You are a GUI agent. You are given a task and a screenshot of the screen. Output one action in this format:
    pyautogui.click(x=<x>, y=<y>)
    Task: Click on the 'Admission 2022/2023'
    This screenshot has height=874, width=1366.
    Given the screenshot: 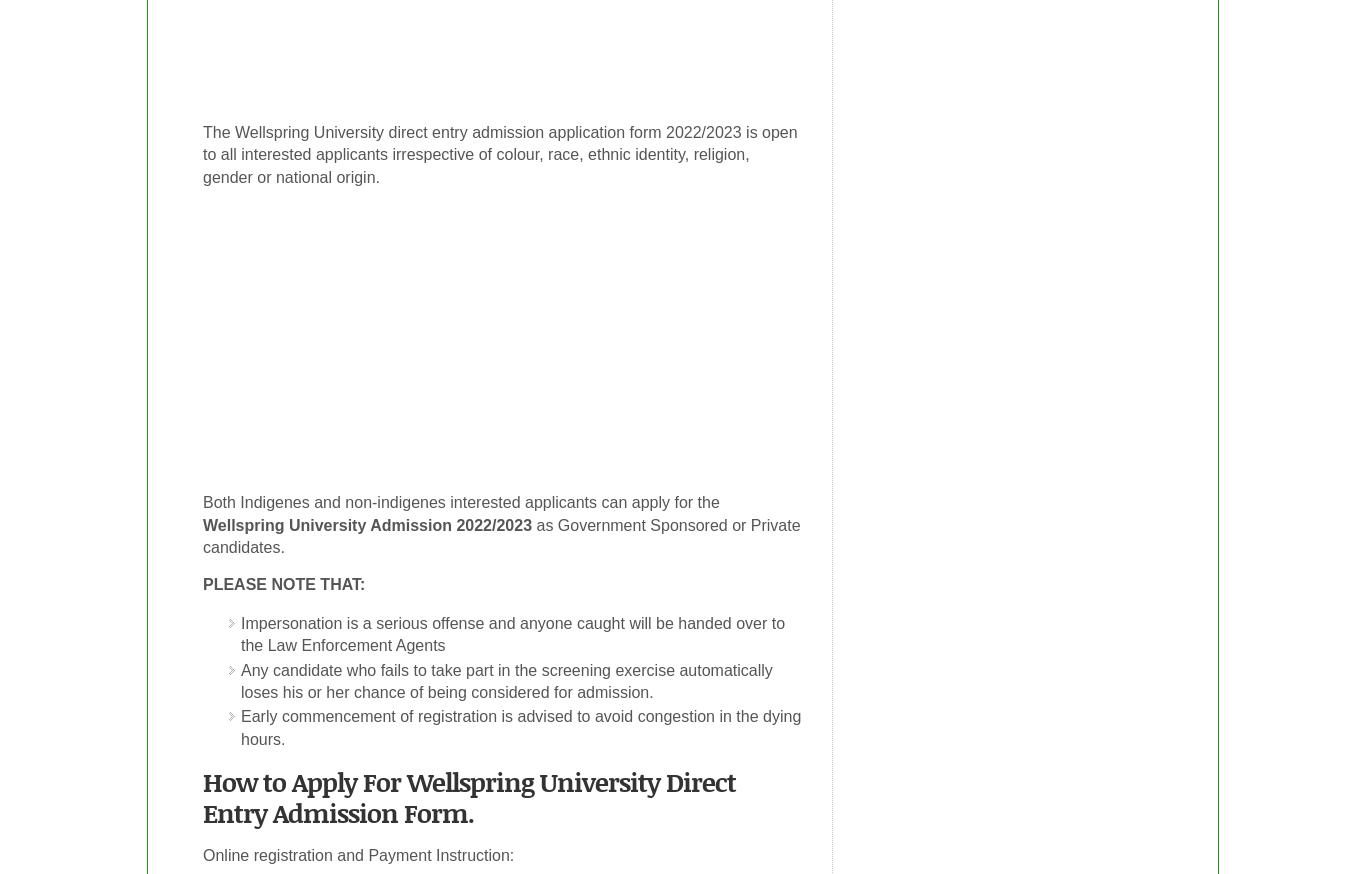 What is the action you would take?
    pyautogui.click(x=448, y=524)
    